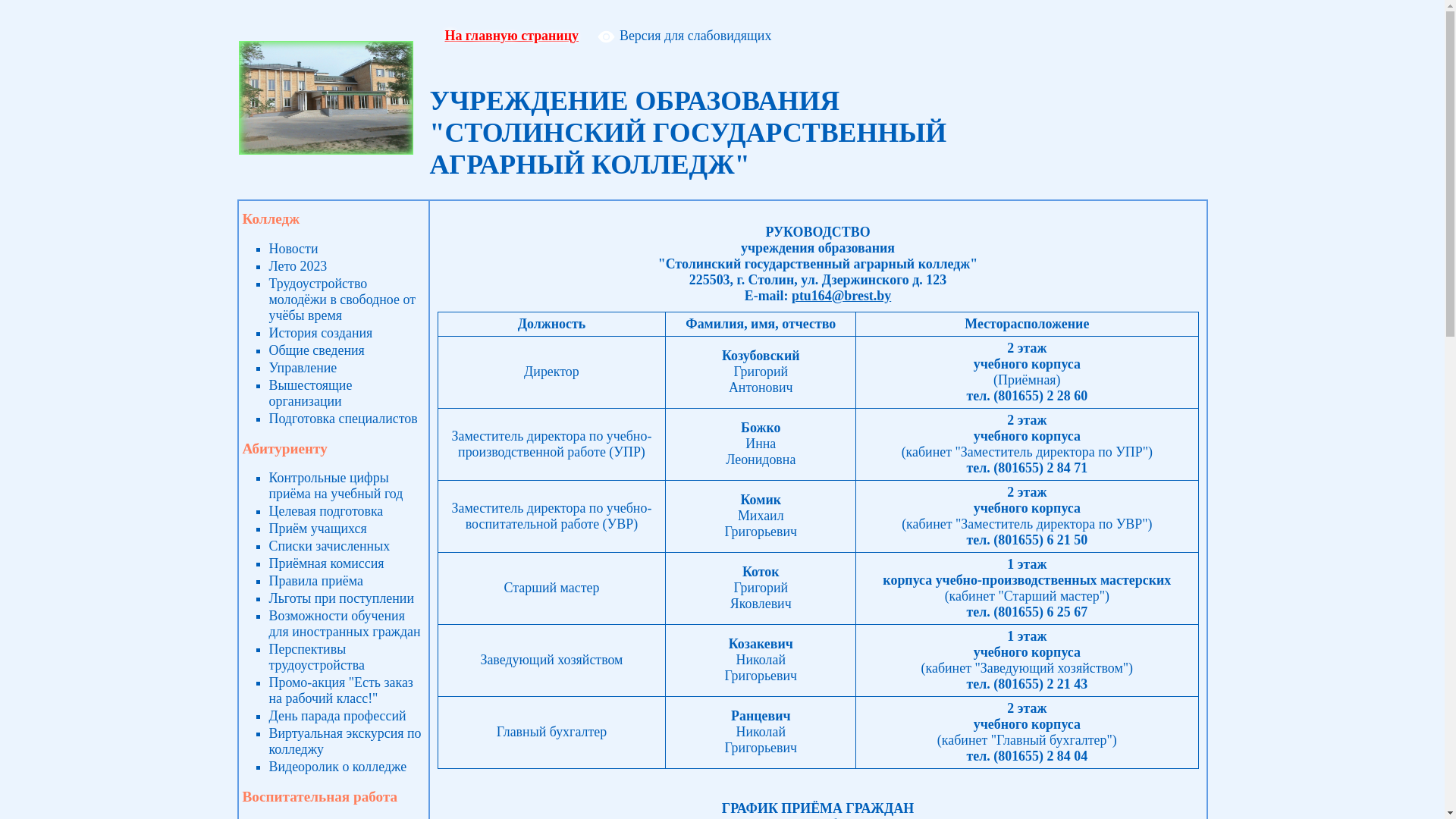 The height and width of the screenshot is (819, 1456). I want to click on 'ptu164@brest.by', so click(840, 295).